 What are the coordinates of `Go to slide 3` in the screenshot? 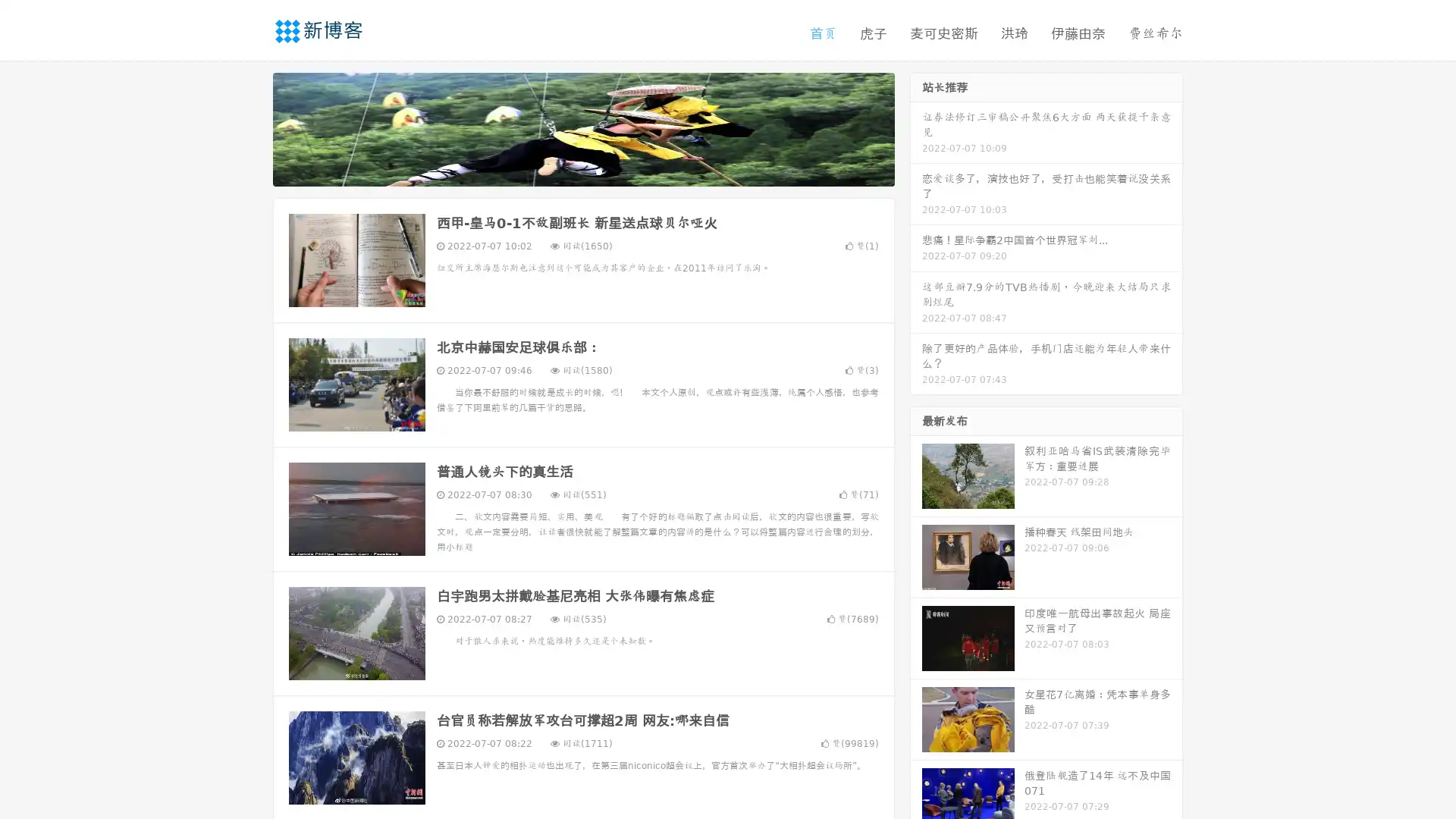 It's located at (598, 171).